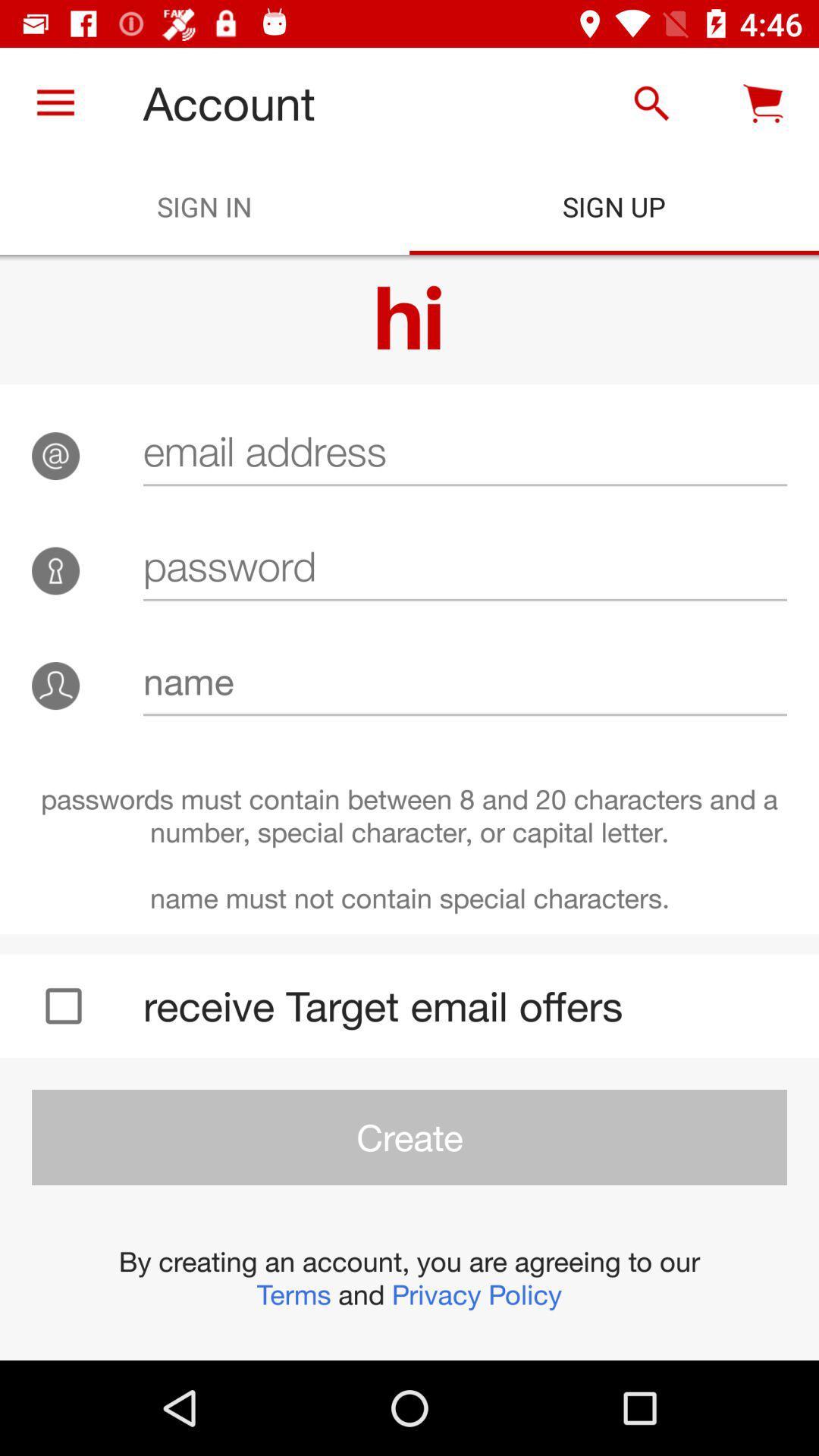 The image size is (819, 1456). What do you see at coordinates (55, 102) in the screenshot?
I see `item next to account item` at bounding box center [55, 102].